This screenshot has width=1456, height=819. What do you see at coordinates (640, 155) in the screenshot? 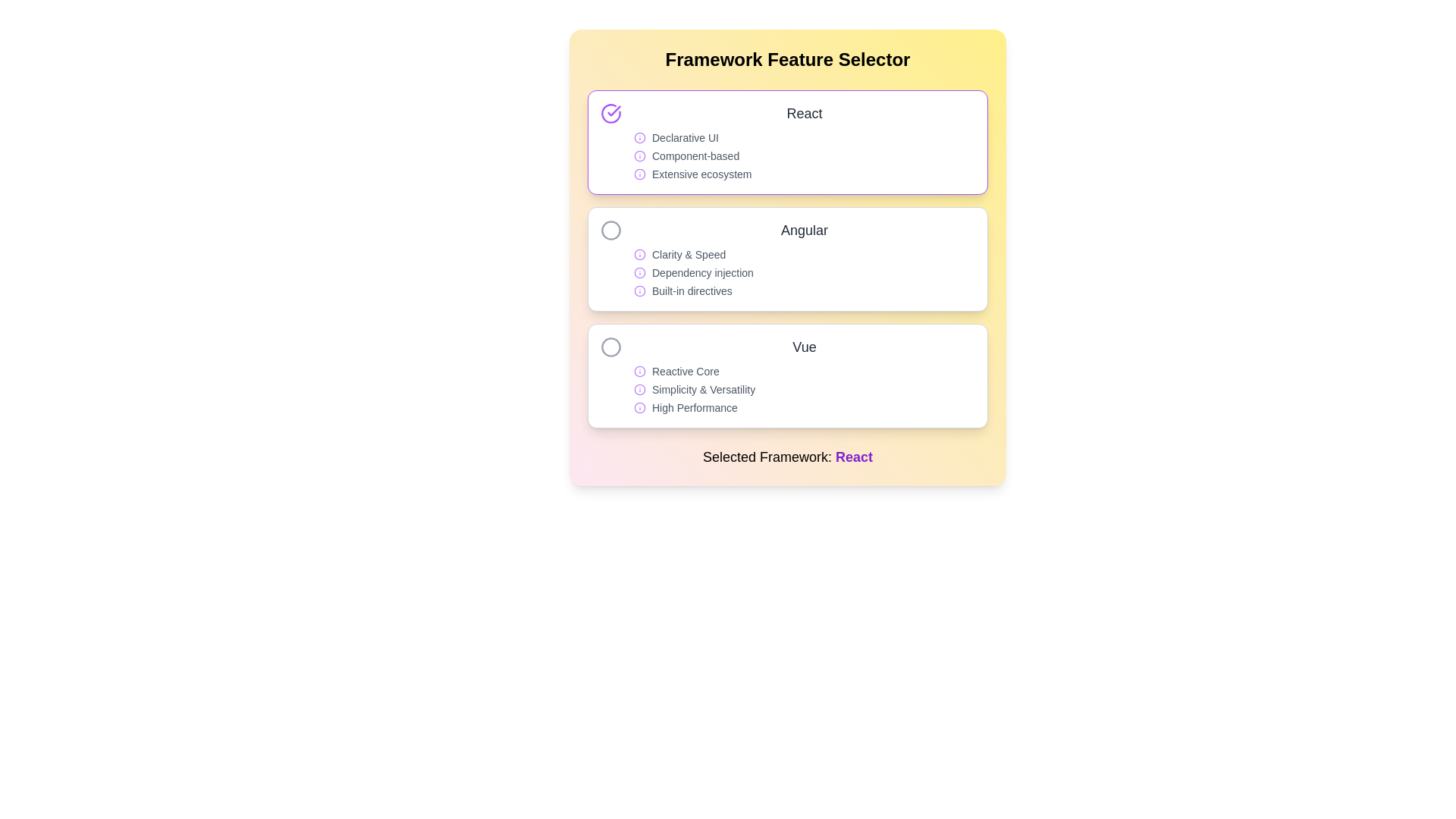
I see `the informative icon located to the left of the 'Component-based' text in the 'React' option group of the framework selection section` at bounding box center [640, 155].